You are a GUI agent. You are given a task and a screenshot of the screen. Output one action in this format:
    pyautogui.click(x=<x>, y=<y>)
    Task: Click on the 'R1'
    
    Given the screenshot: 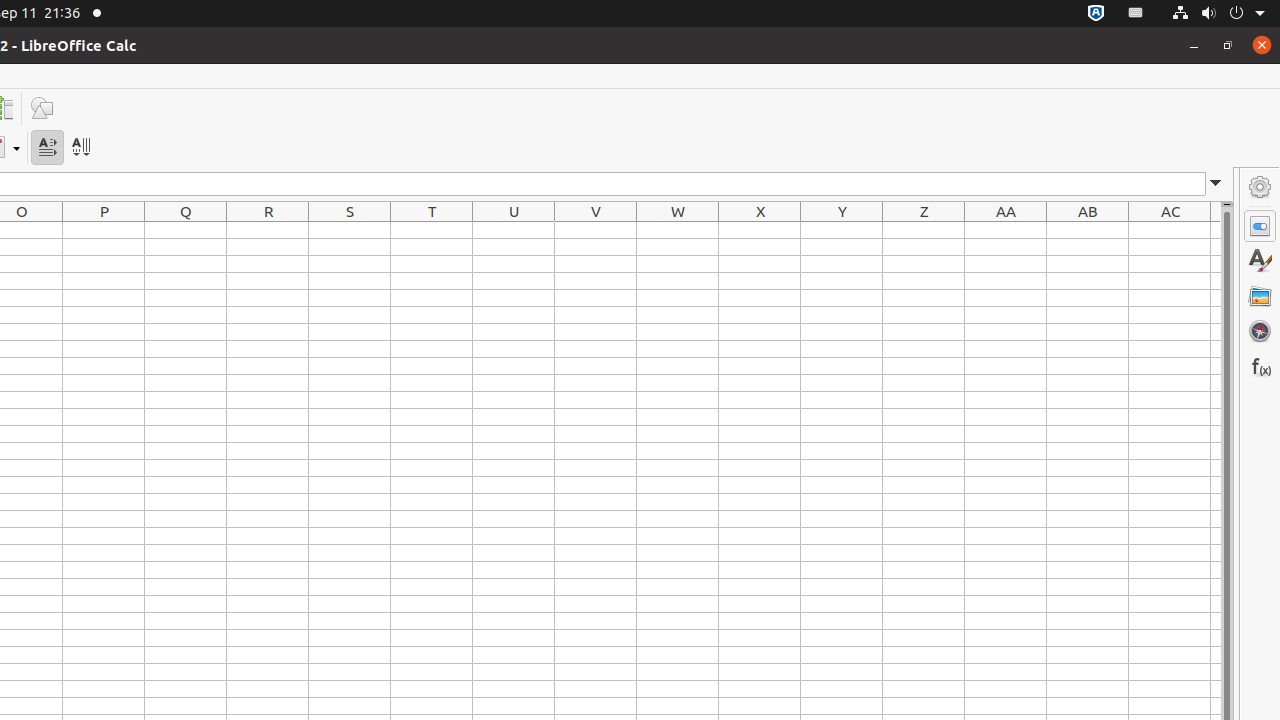 What is the action you would take?
    pyautogui.click(x=267, y=229)
    